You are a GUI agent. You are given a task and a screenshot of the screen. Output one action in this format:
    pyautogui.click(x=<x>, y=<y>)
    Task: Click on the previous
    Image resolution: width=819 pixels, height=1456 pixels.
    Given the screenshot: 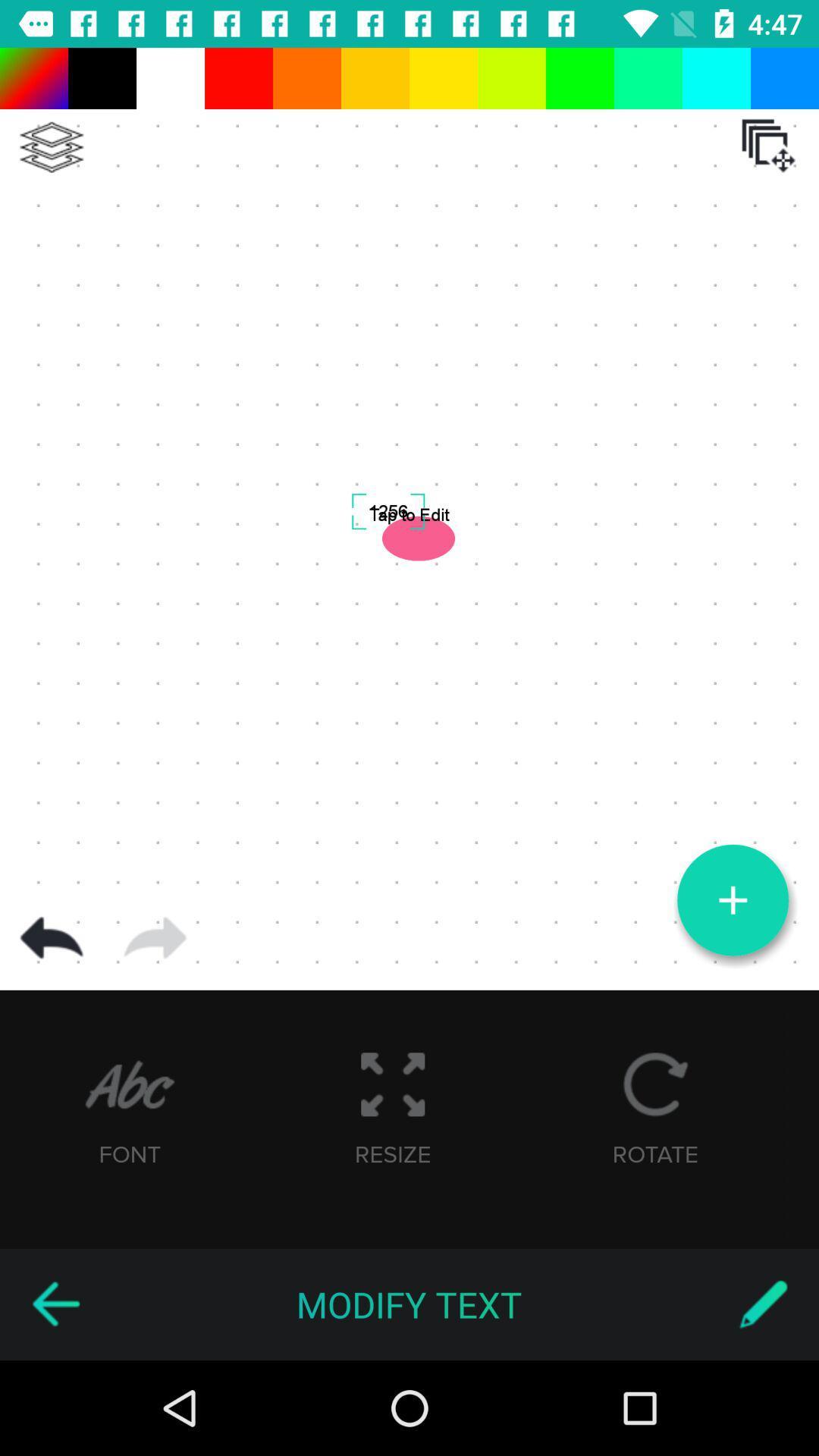 What is the action you would take?
    pyautogui.click(x=51, y=937)
    